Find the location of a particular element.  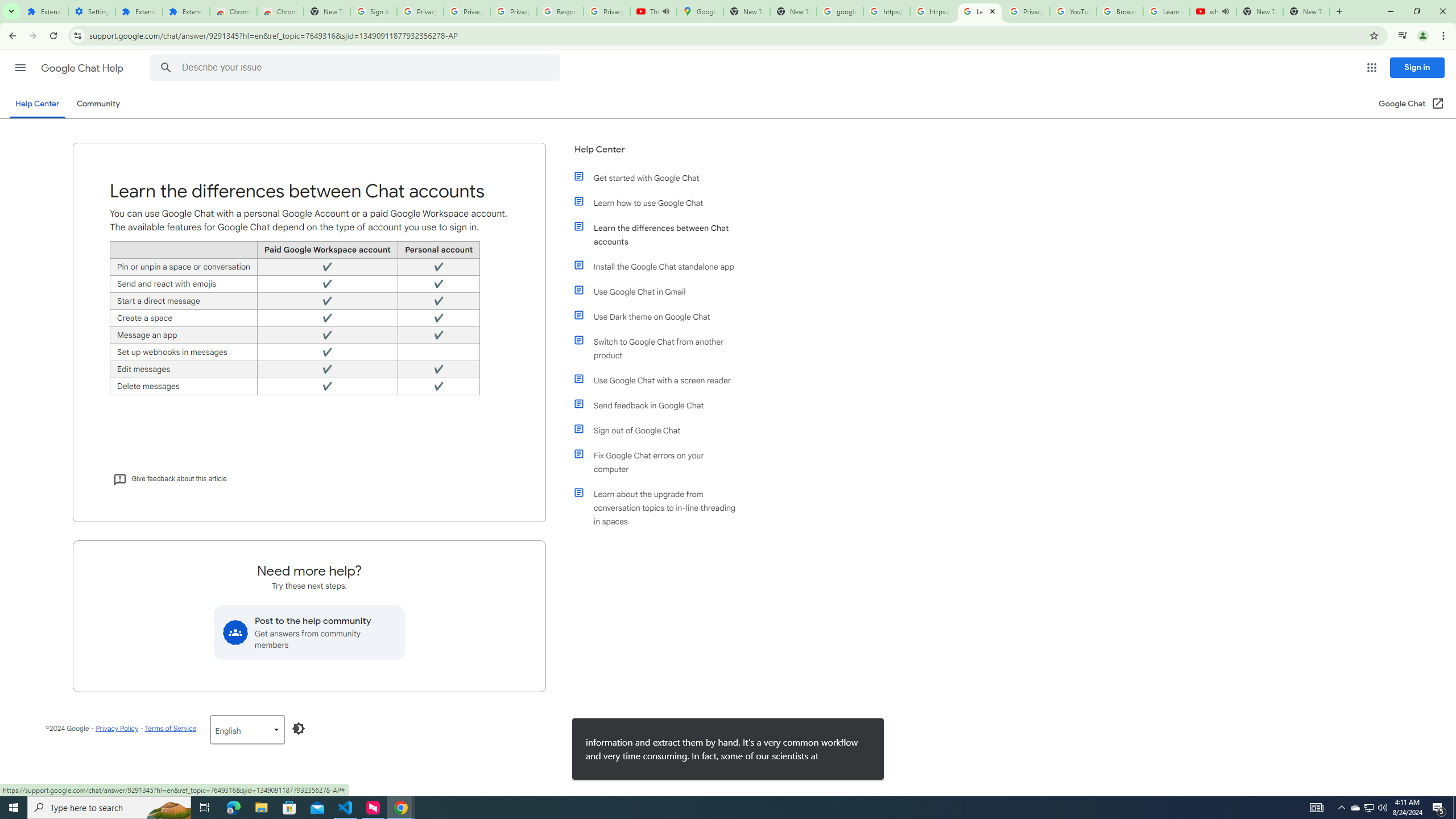

'Google Chat Help' is located at coordinates (82, 68).